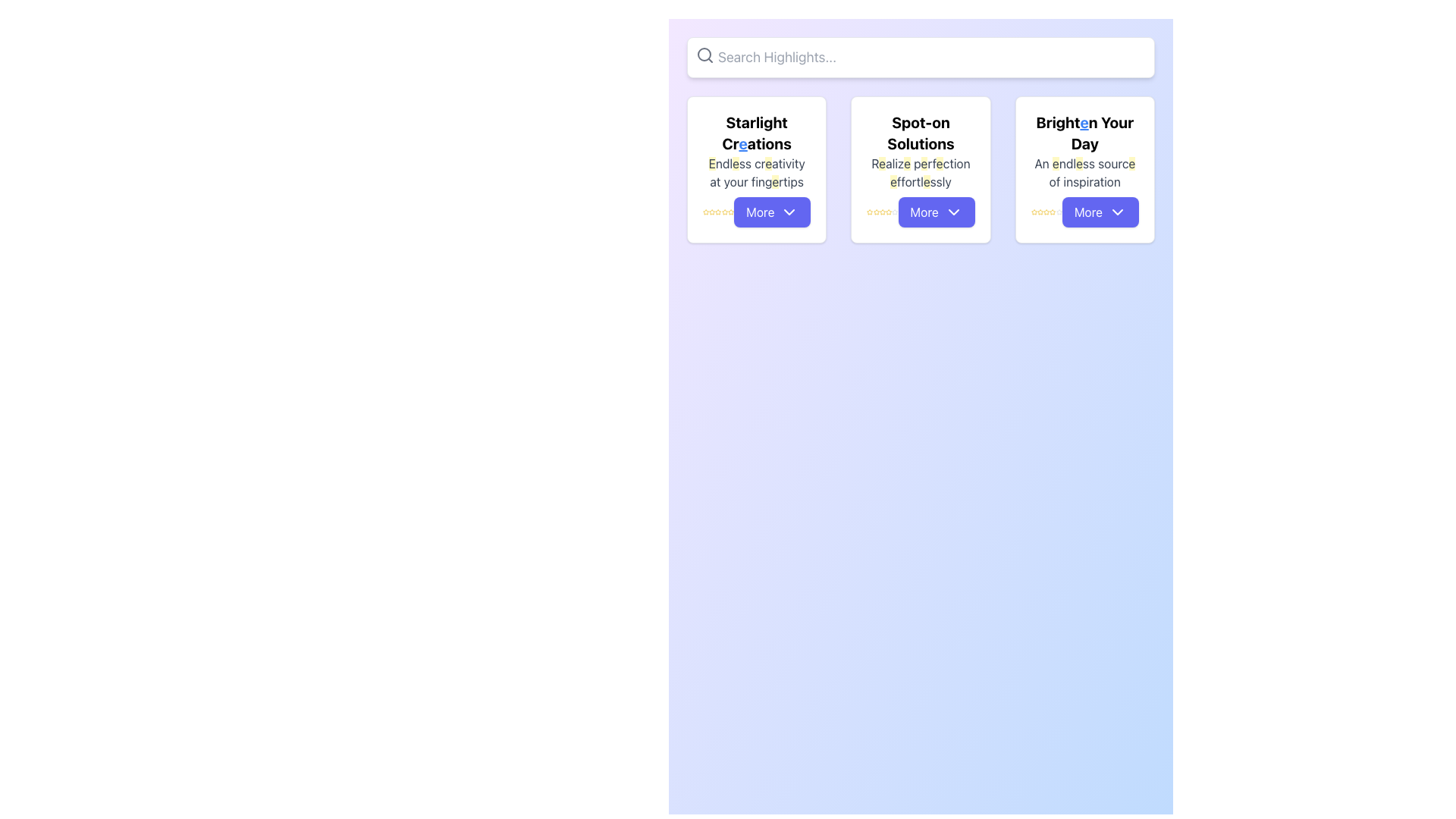 This screenshot has width=1456, height=819. Describe the element at coordinates (936, 212) in the screenshot. I see `the expandable button located at the bottom section of the 'Spot-on Solutions' card` at that location.